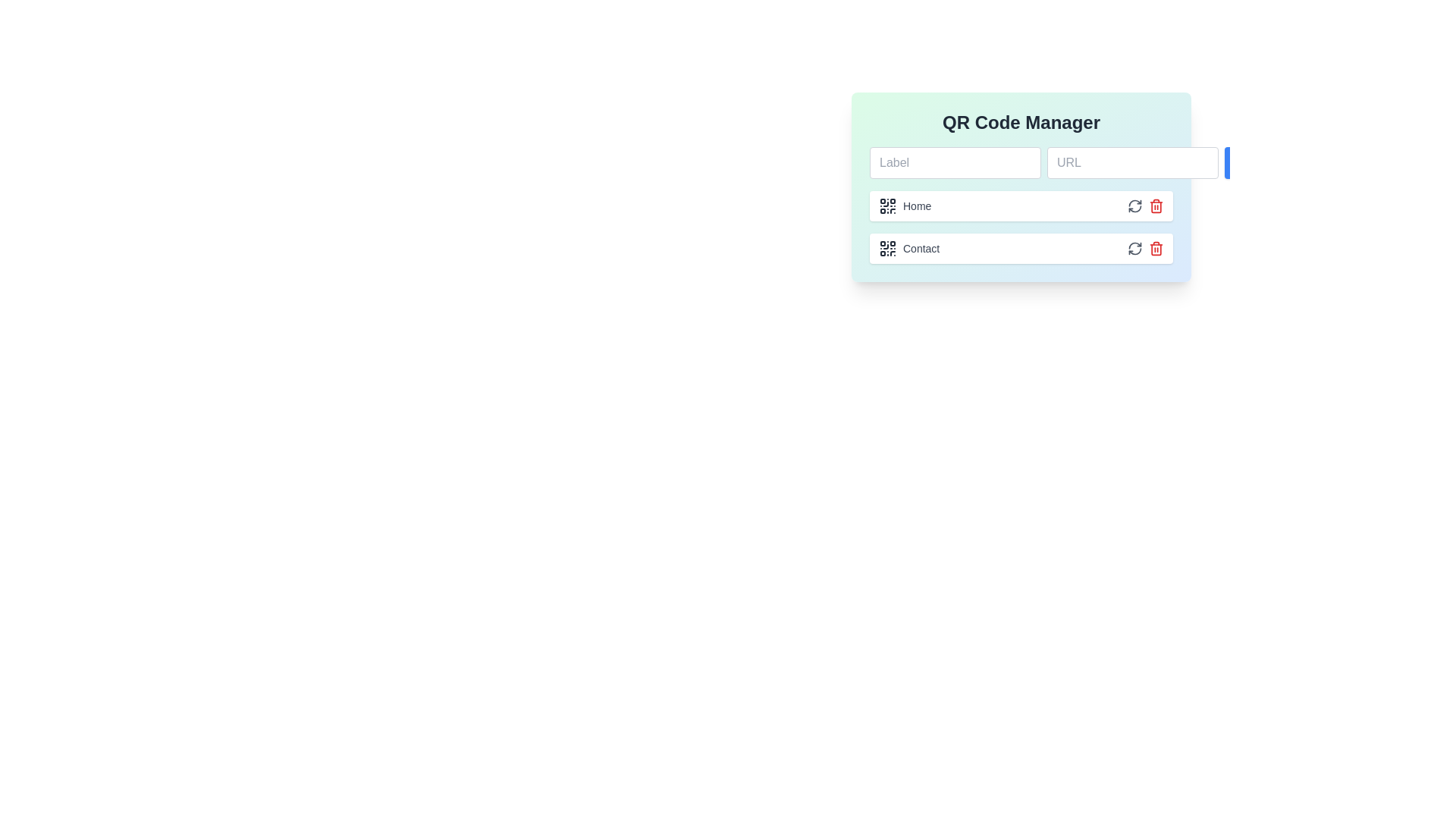  What do you see at coordinates (916, 206) in the screenshot?
I see `the static text label 'Home' that is styled with a smaller font size and gray color, located in the middle of the card-like interface under the heading 'QR Code Manager.'` at bounding box center [916, 206].